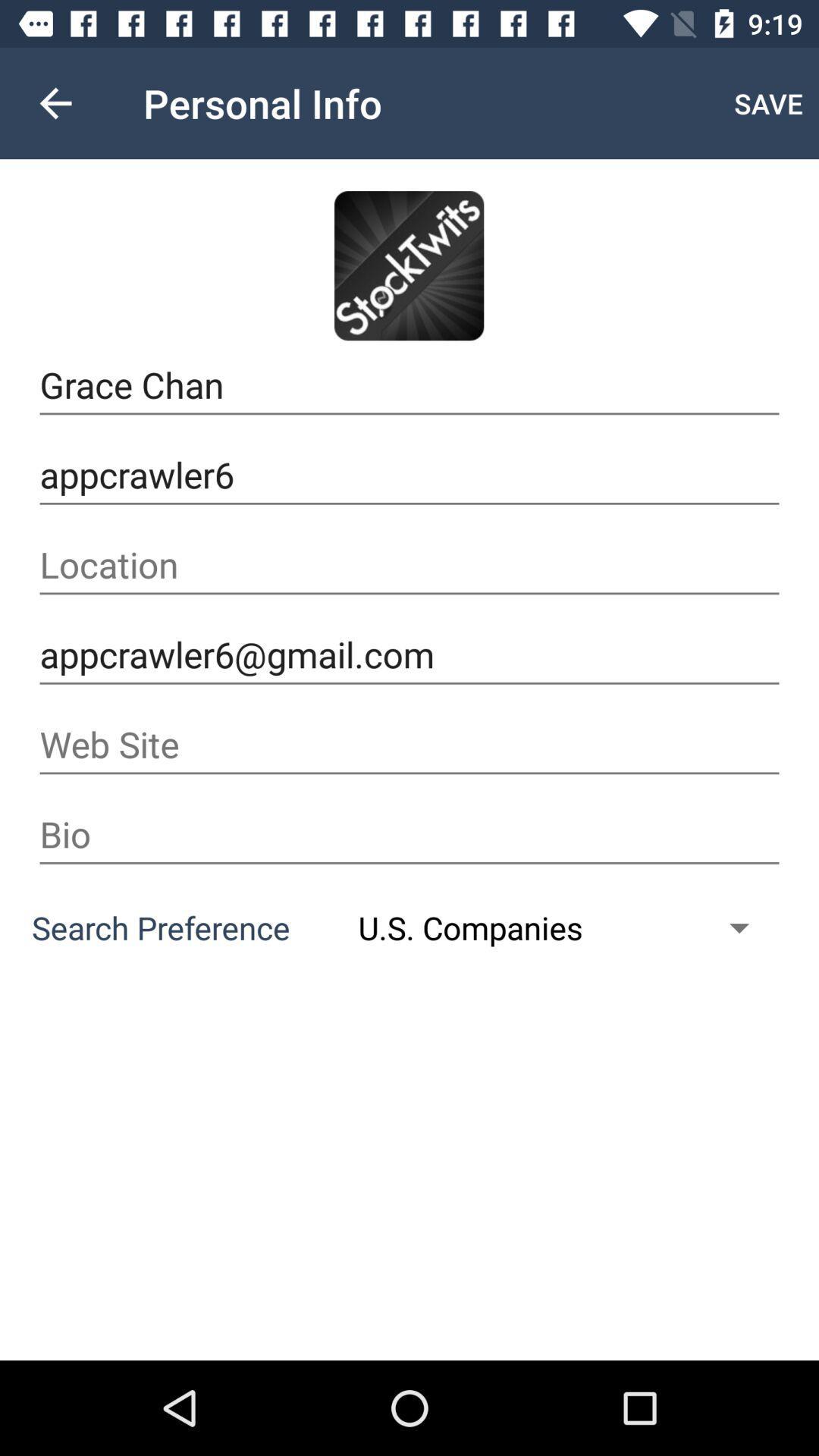 The height and width of the screenshot is (1456, 819). What do you see at coordinates (55, 102) in the screenshot?
I see `the item to the left of personal info item` at bounding box center [55, 102].